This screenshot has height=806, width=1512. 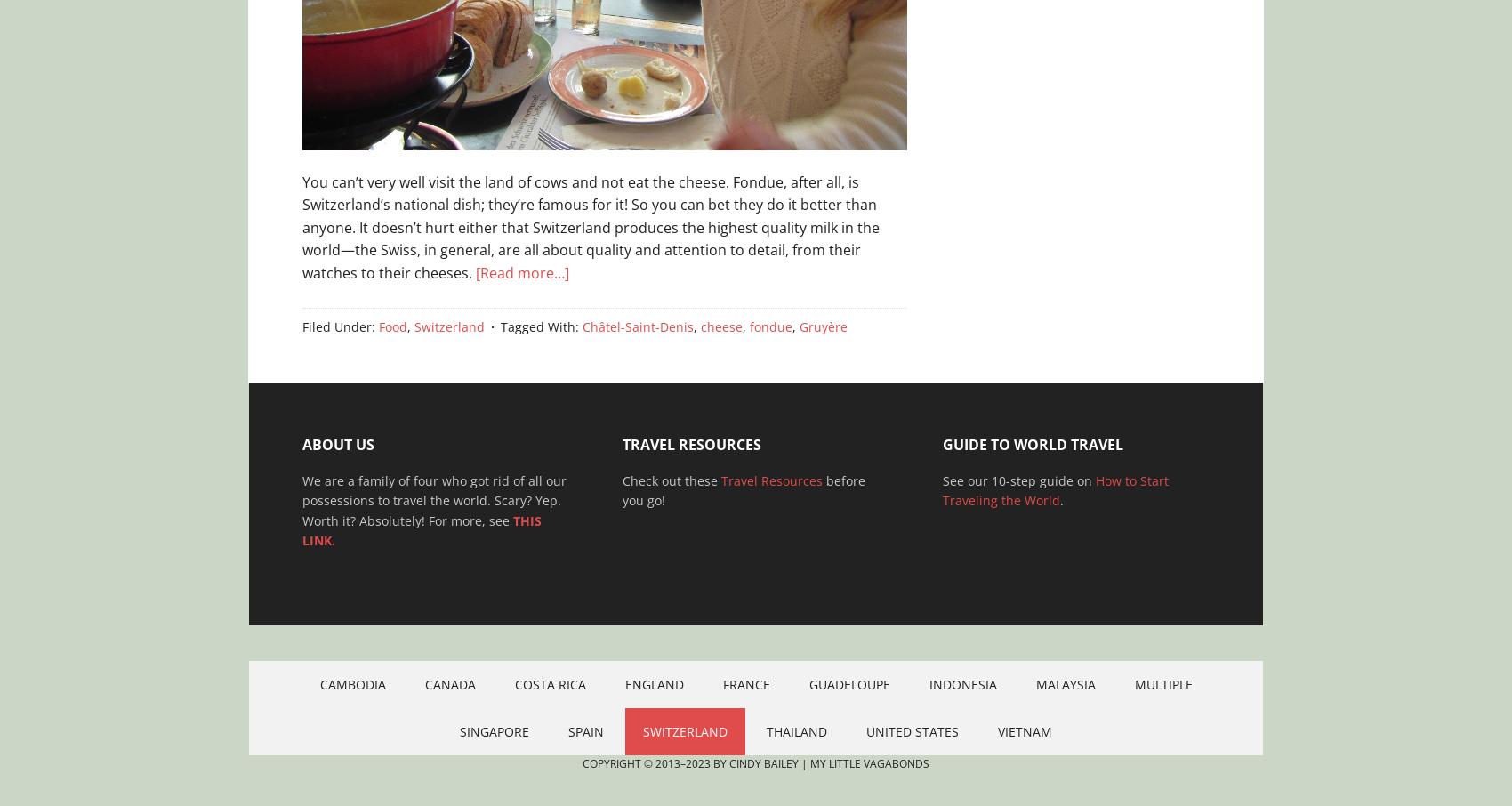 What do you see at coordinates (998, 730) in the screenshot?
I see `'Vietnam'` at bounding box center [998, 730].